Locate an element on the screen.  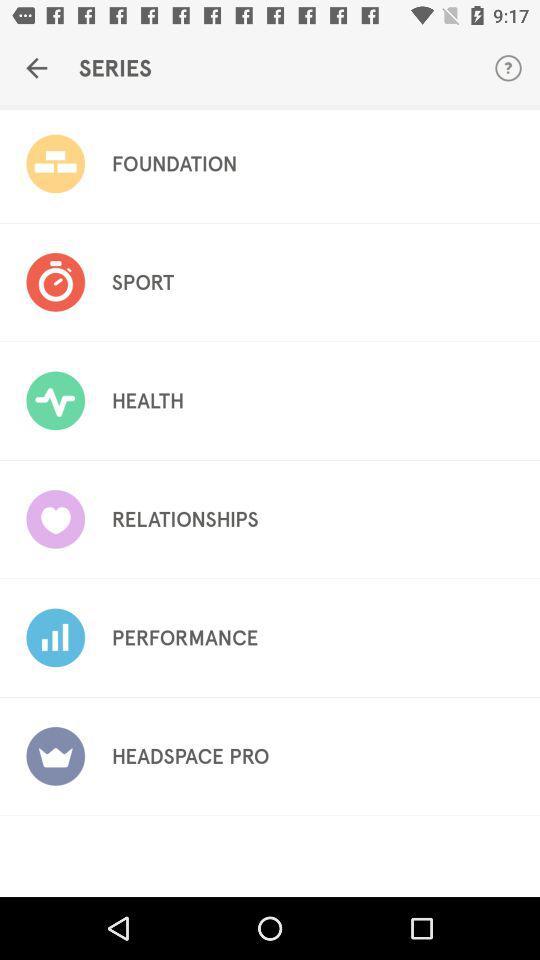
the icon to the left of the series is located at coordinates (36, 68).